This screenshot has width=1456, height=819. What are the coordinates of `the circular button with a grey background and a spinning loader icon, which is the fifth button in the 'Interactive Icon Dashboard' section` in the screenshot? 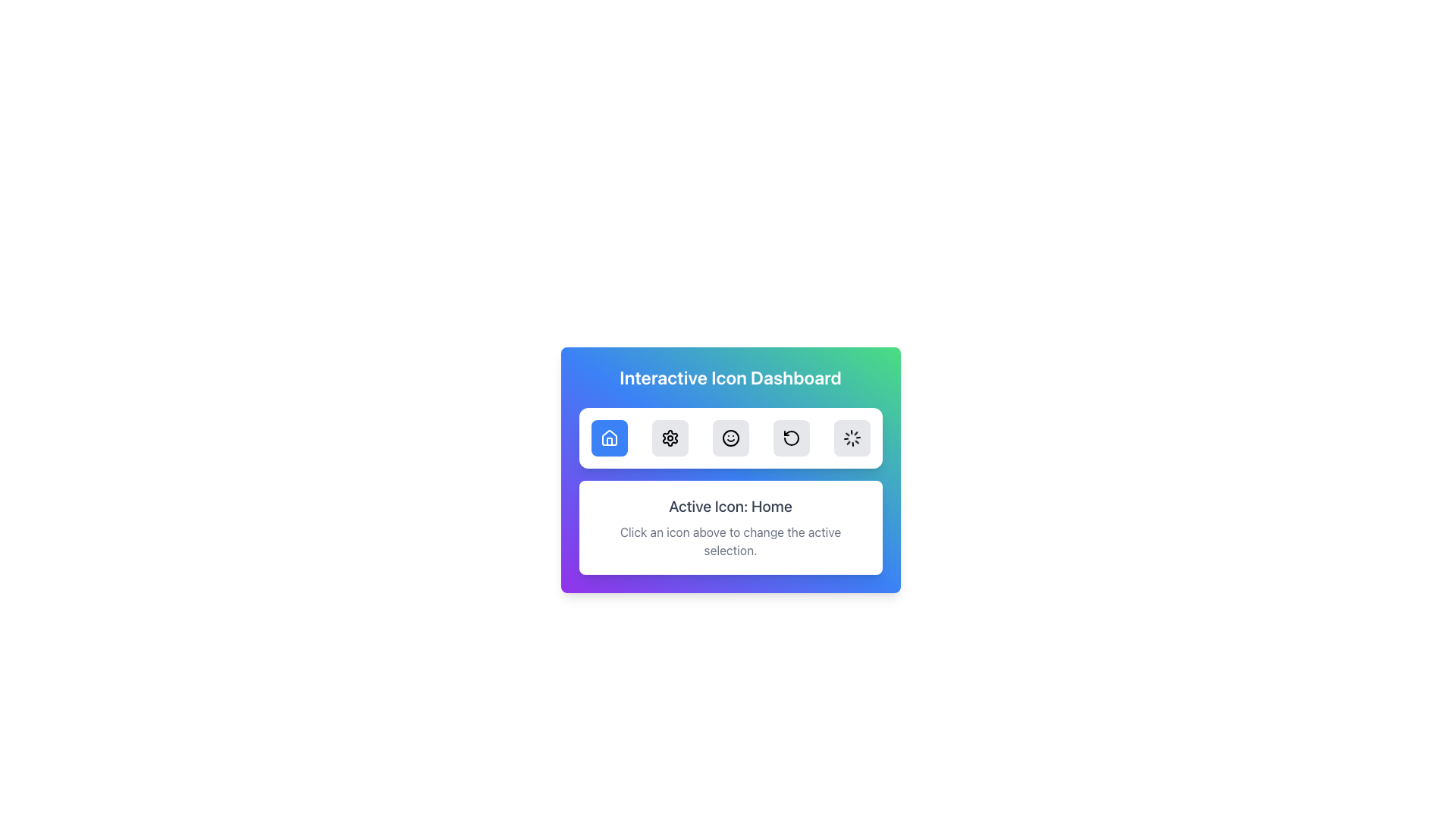 It's located at (852, 438).